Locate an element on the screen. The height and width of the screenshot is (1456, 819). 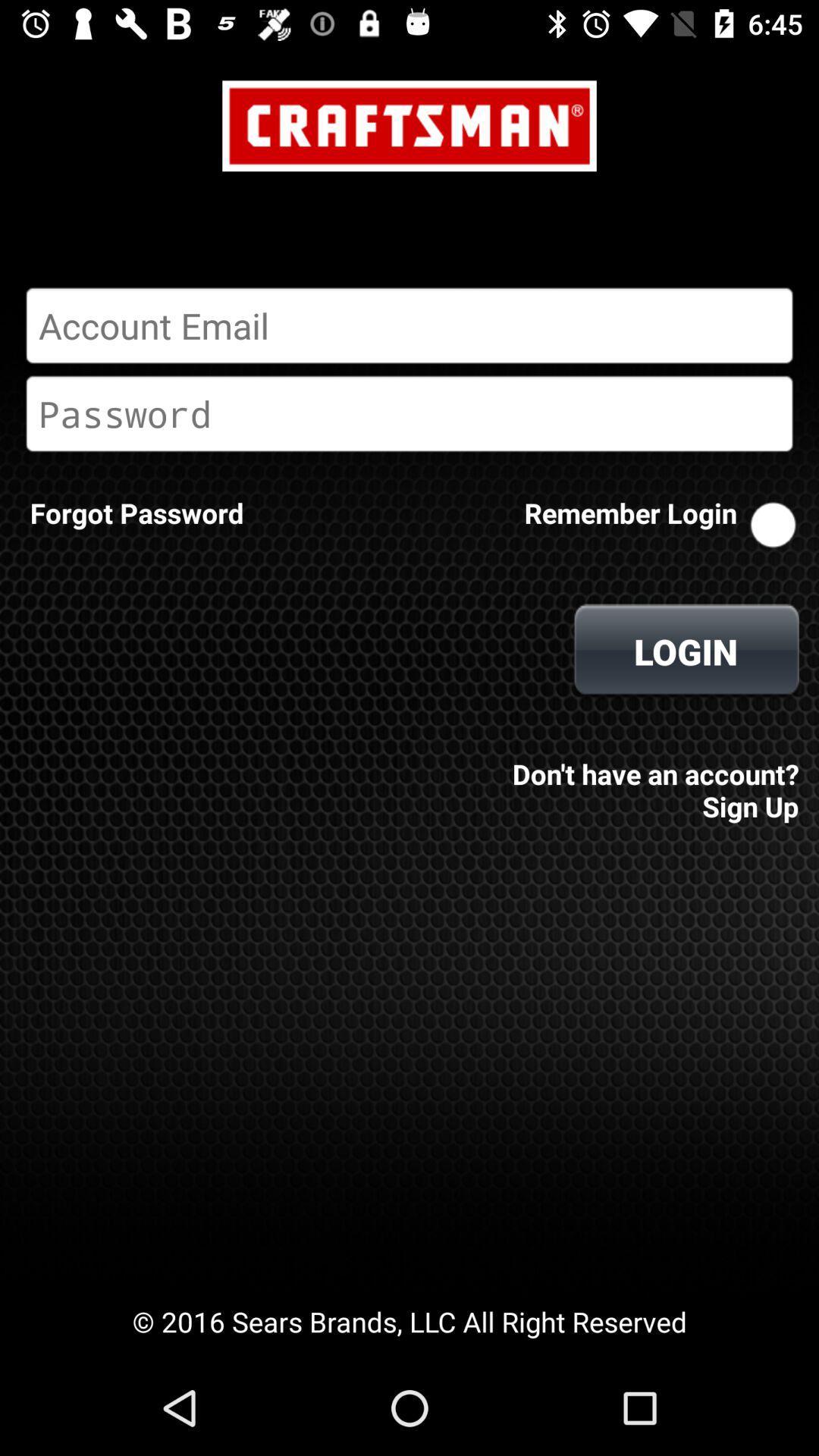
forgot password on the left is located at coordinates (136, 513).